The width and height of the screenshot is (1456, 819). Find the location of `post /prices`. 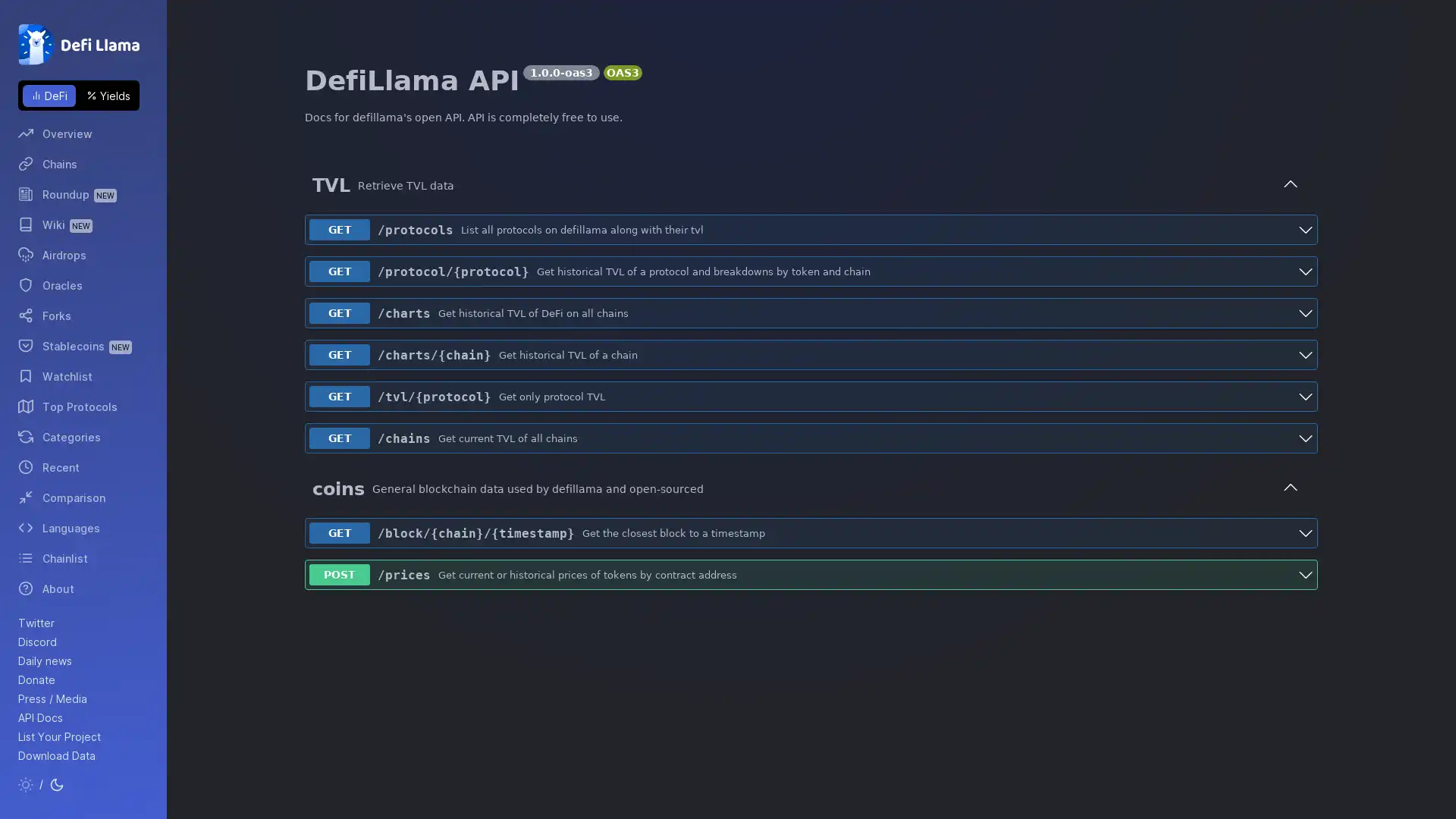

post /prices is located at coordinates (811, 575).